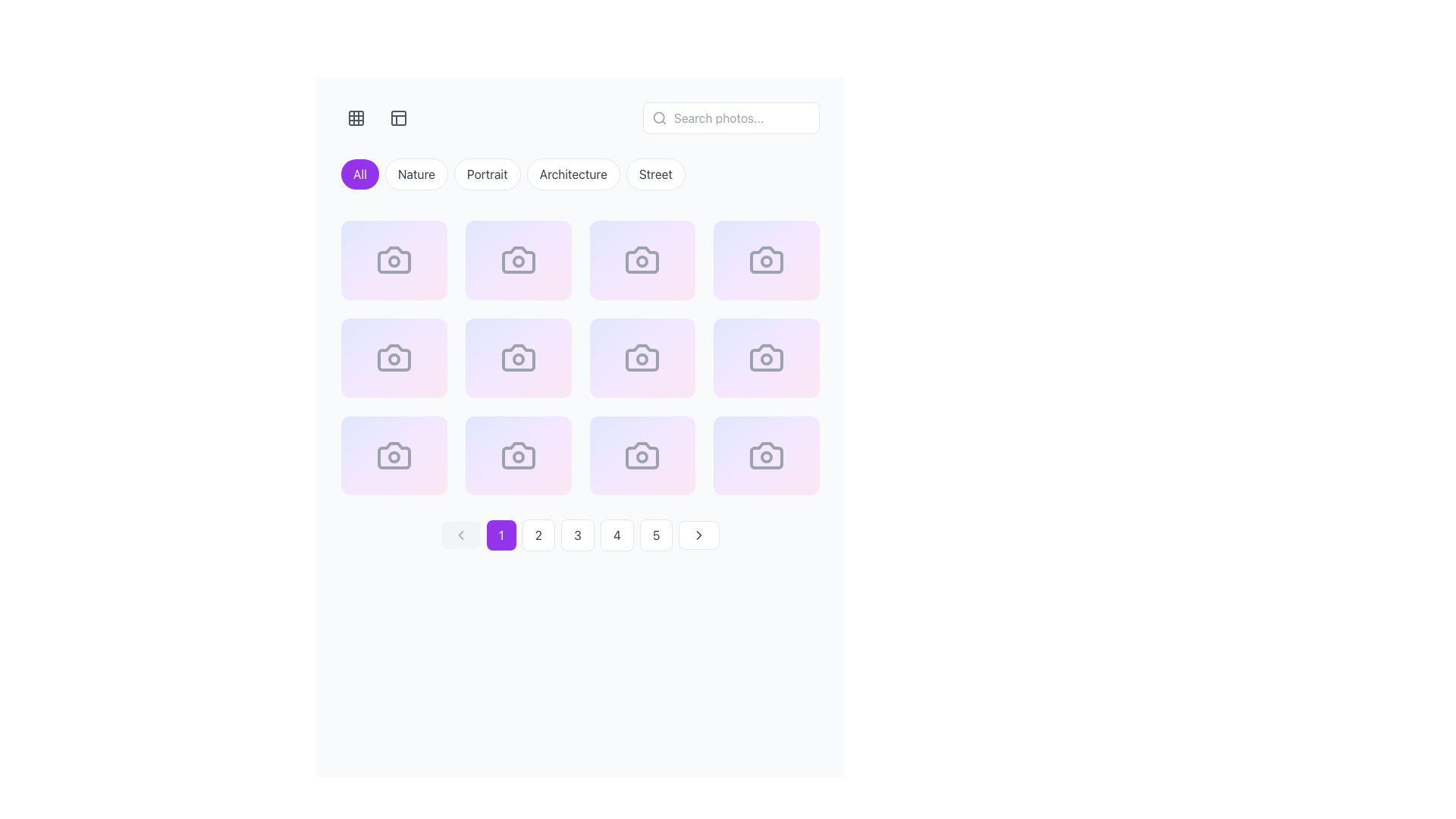 The image size is (1456, 819). What do you see at coordinates (356, 117) in the screenshot?
I see `the grid-like icon button, located in the upper-left region of the interface` at bounding box center [356, 117].